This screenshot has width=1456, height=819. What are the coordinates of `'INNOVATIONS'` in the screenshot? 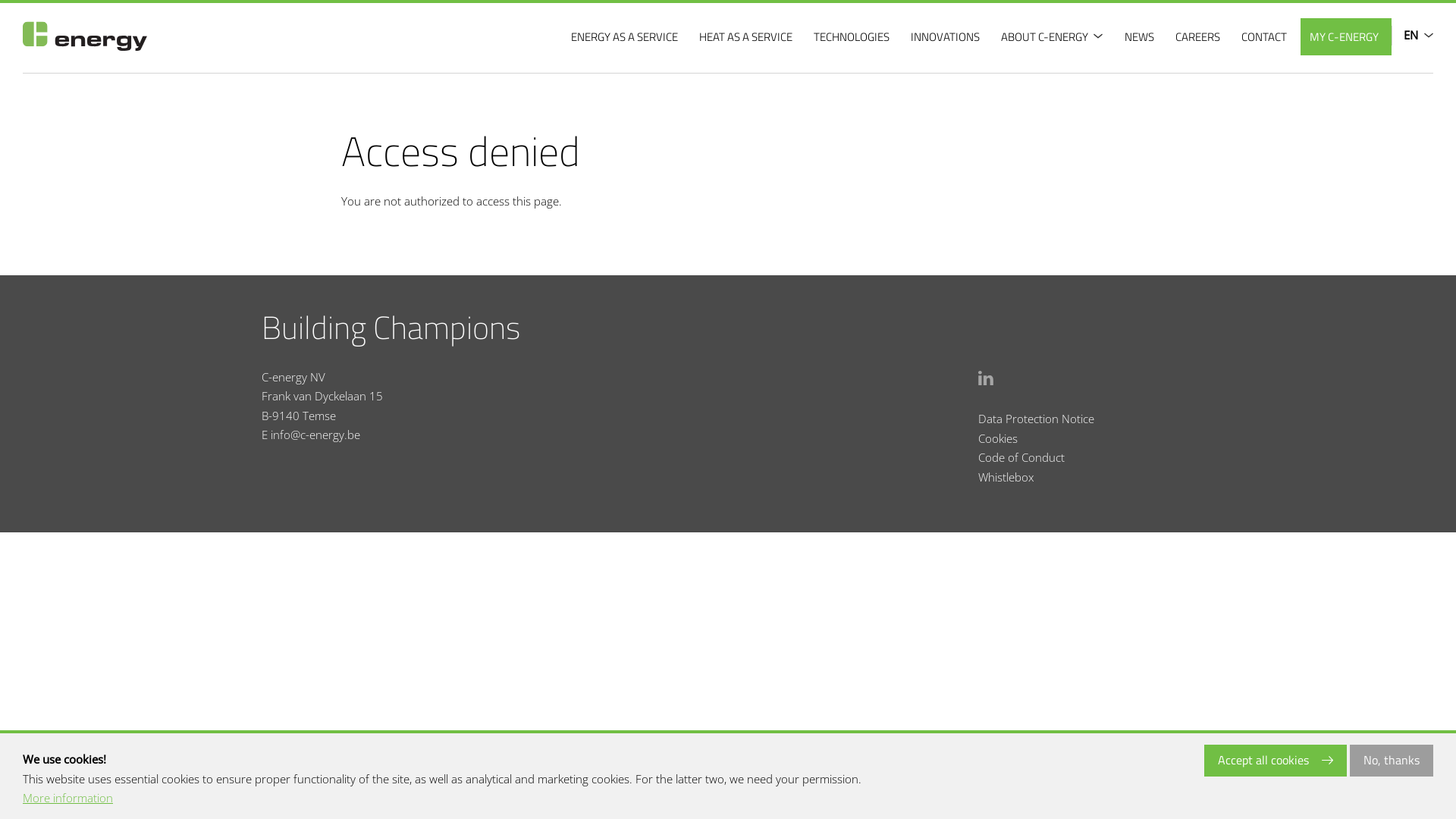 It's located at (946, 36).